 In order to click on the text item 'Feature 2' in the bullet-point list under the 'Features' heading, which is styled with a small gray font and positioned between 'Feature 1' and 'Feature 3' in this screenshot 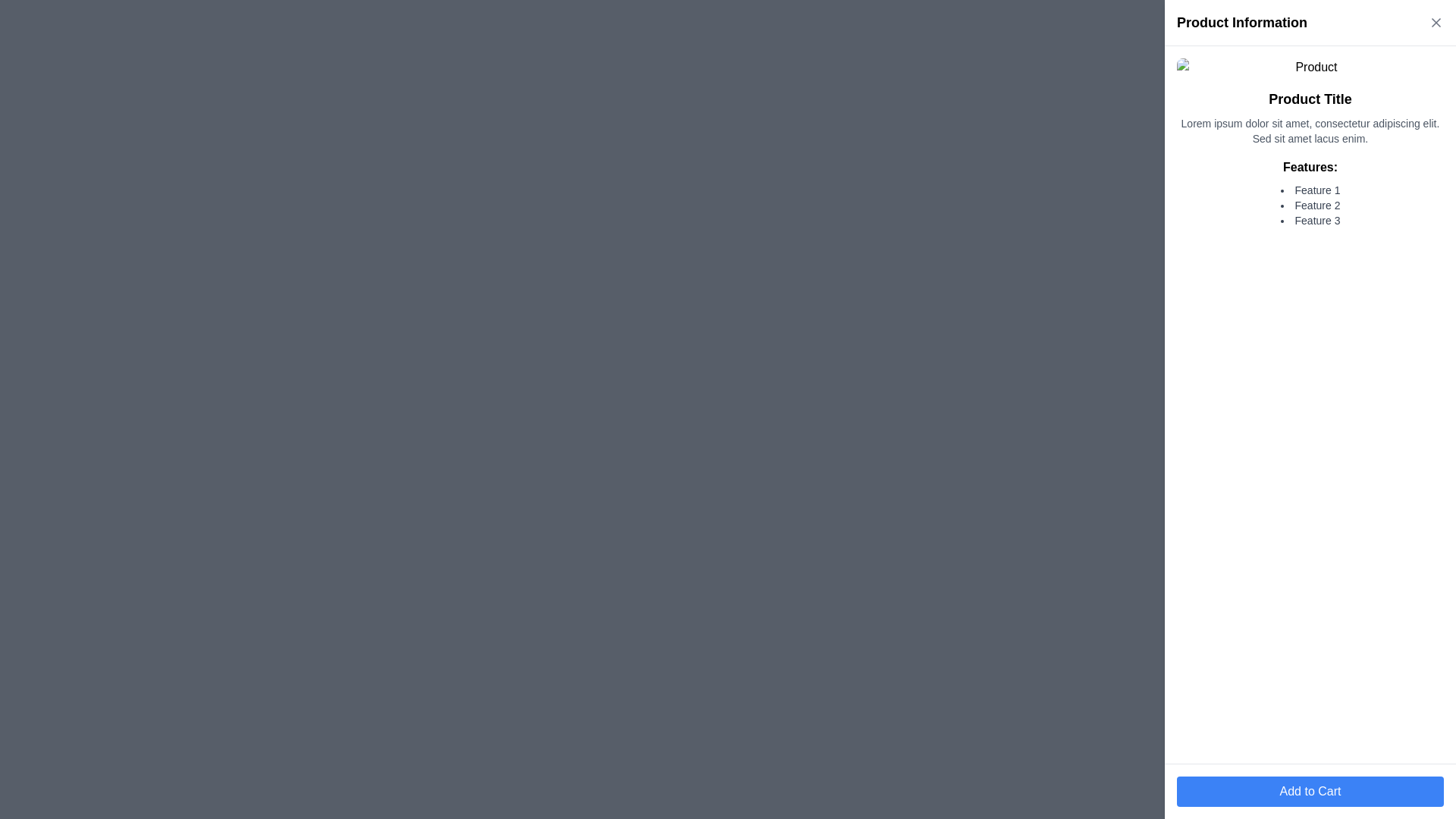, I will do `click(1310, 205)`.